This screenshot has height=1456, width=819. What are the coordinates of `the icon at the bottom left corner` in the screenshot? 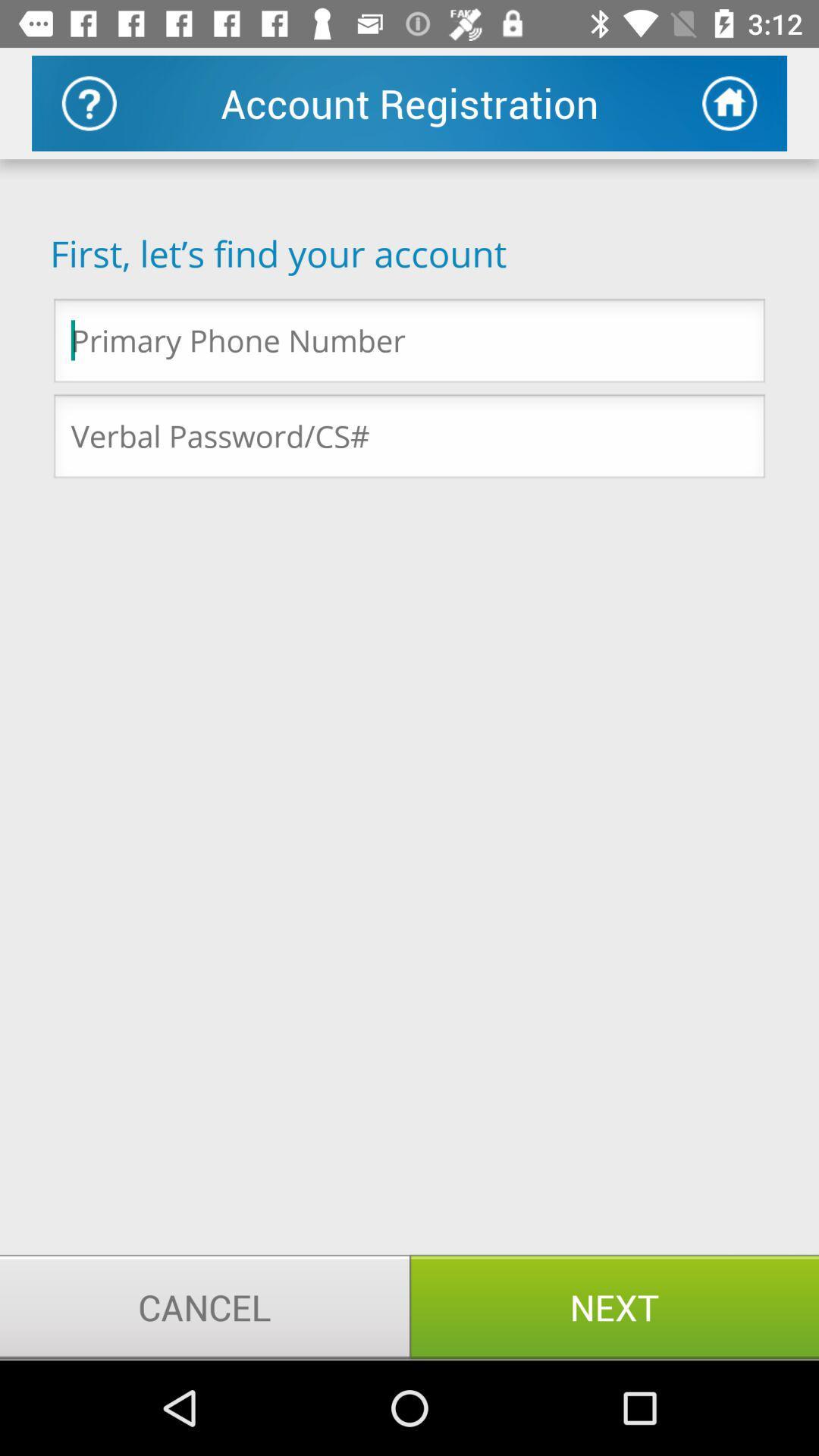 It's located at (205, 1306).